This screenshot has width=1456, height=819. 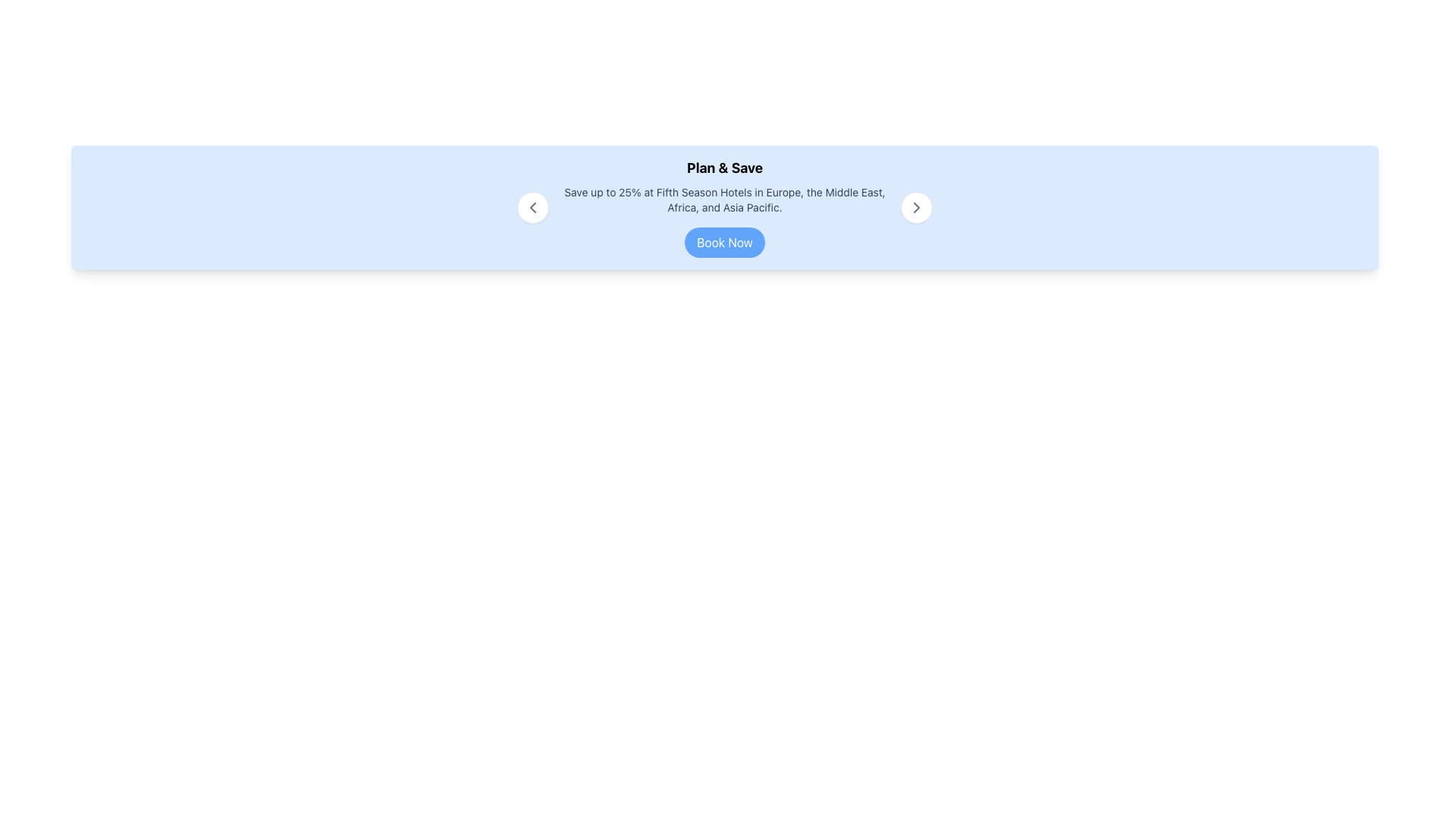 What do you see at coordinates (532, 207) in the screenshot?
I see `the circular button with a white background and a leftward-pointing chevron icon` at bounding box center [532, 207].